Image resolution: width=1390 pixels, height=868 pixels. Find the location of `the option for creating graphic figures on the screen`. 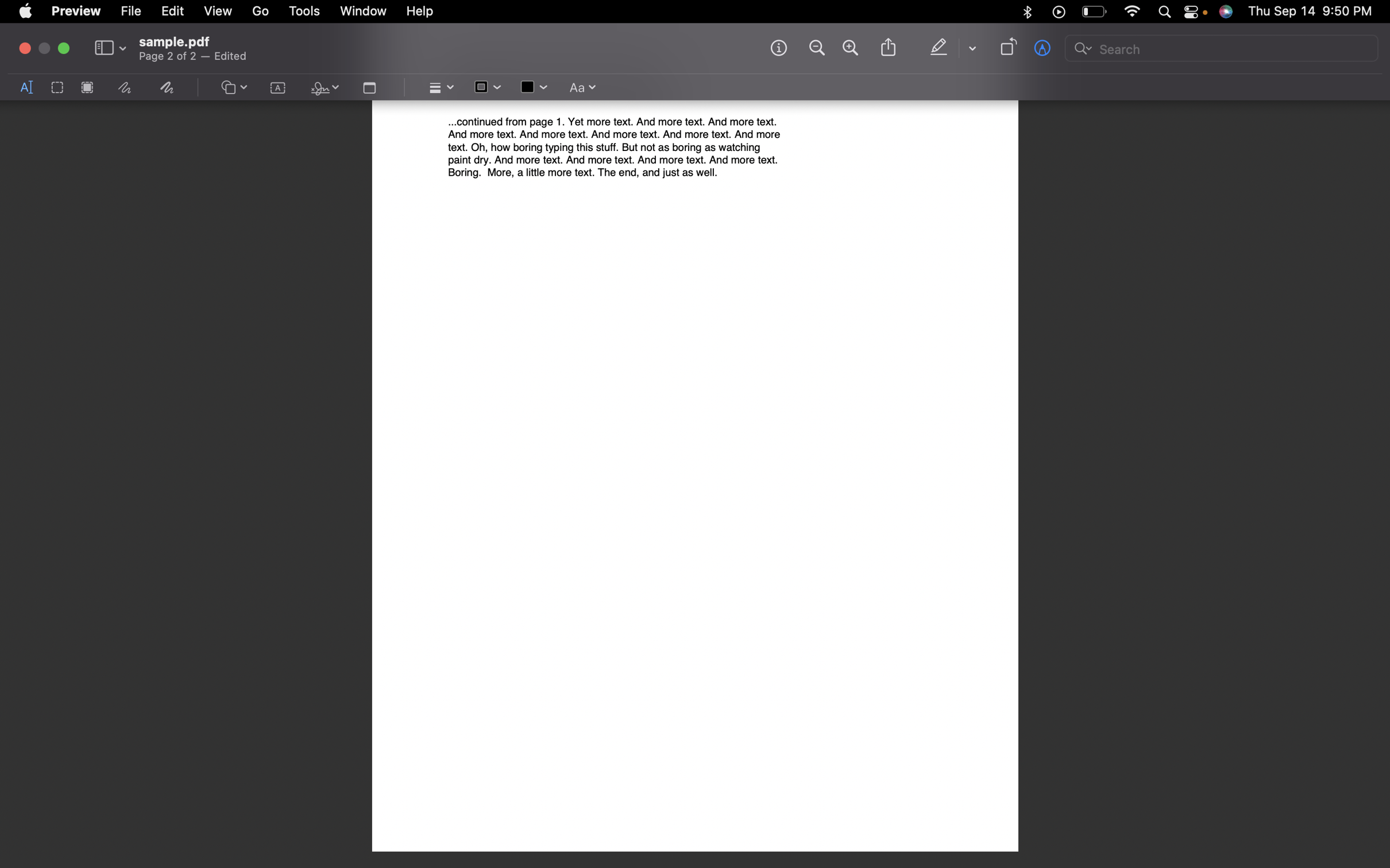

the option for creating graphic figures on the screen is located at coordinates (233, 88).